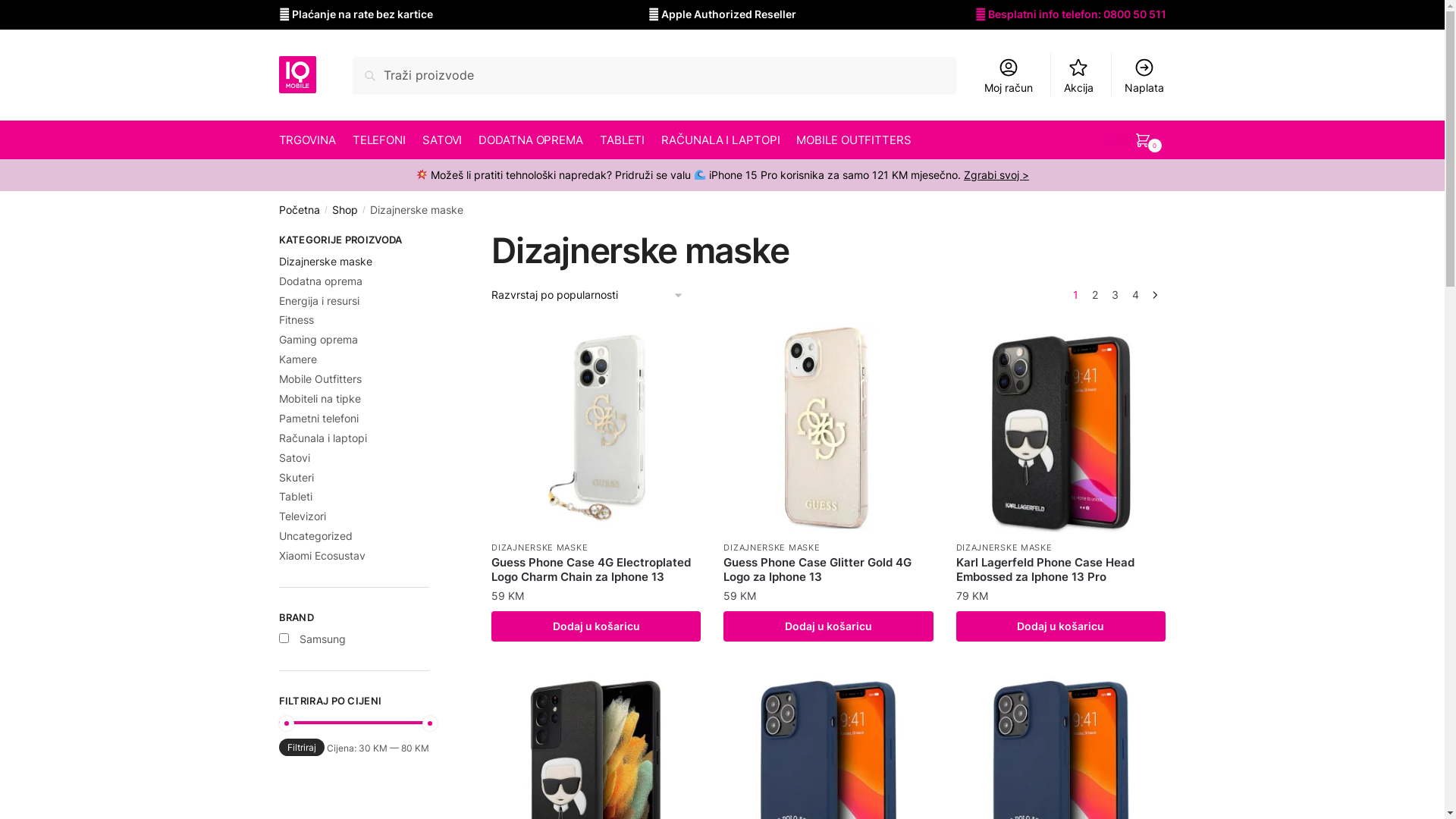  Describe the element at coordinates (322, 555) in the screenshot. I see `'Xiaomi Ecosustav'` at that location.